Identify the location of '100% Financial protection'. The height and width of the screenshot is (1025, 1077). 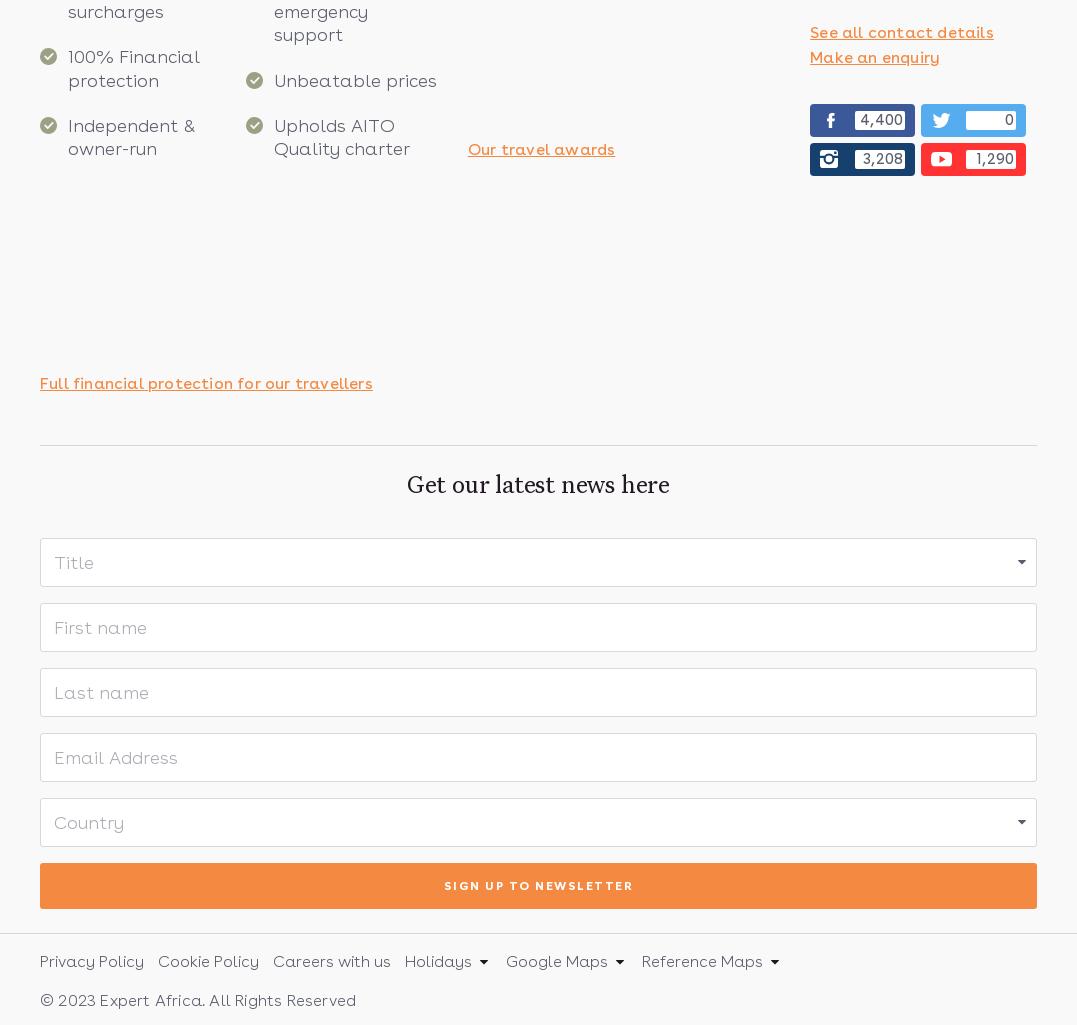
(133, 66).